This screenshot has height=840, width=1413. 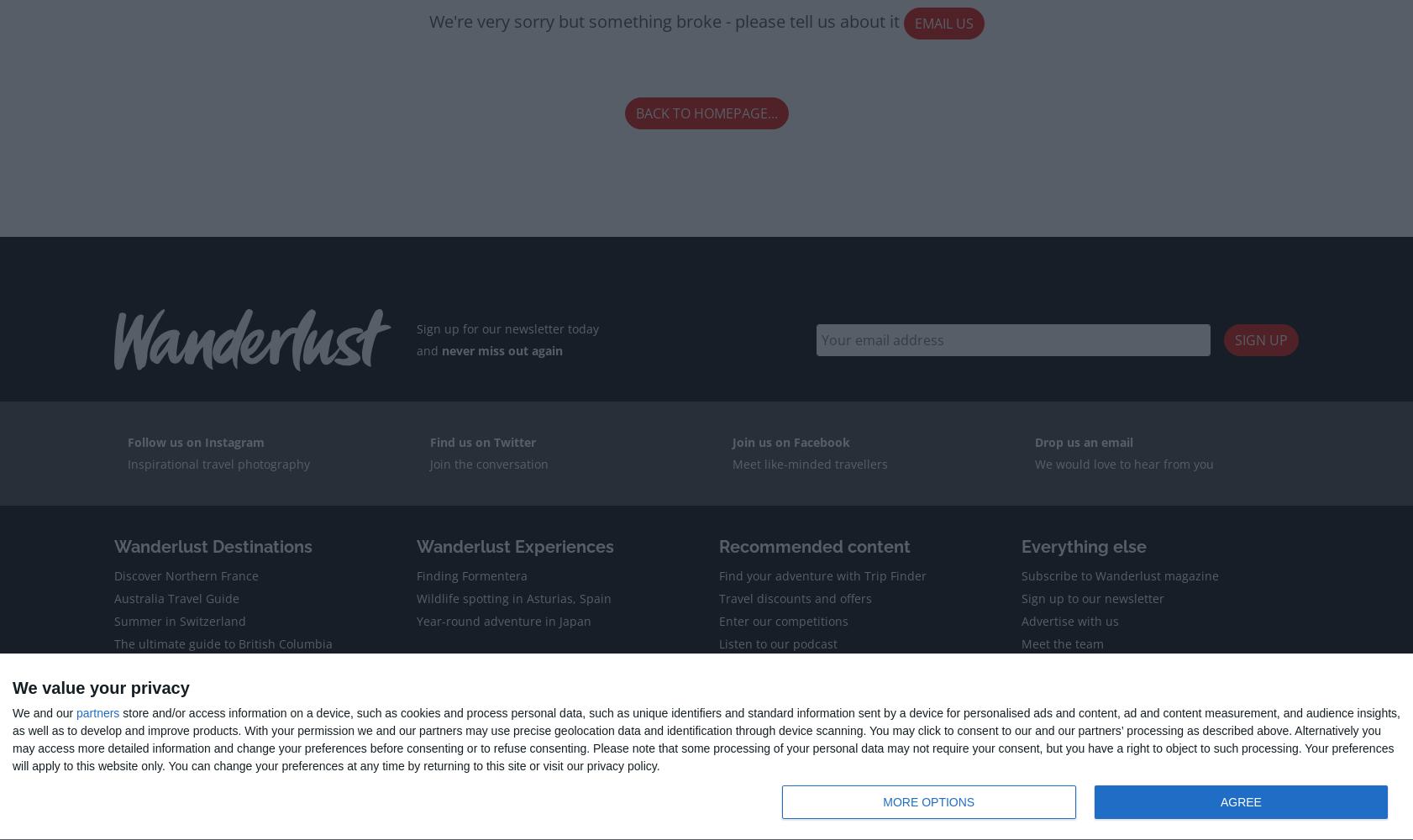 What do you see at coordinates (134, 738) in the screenshot?
I see `'About Us'` at bounding box center [134, 738].